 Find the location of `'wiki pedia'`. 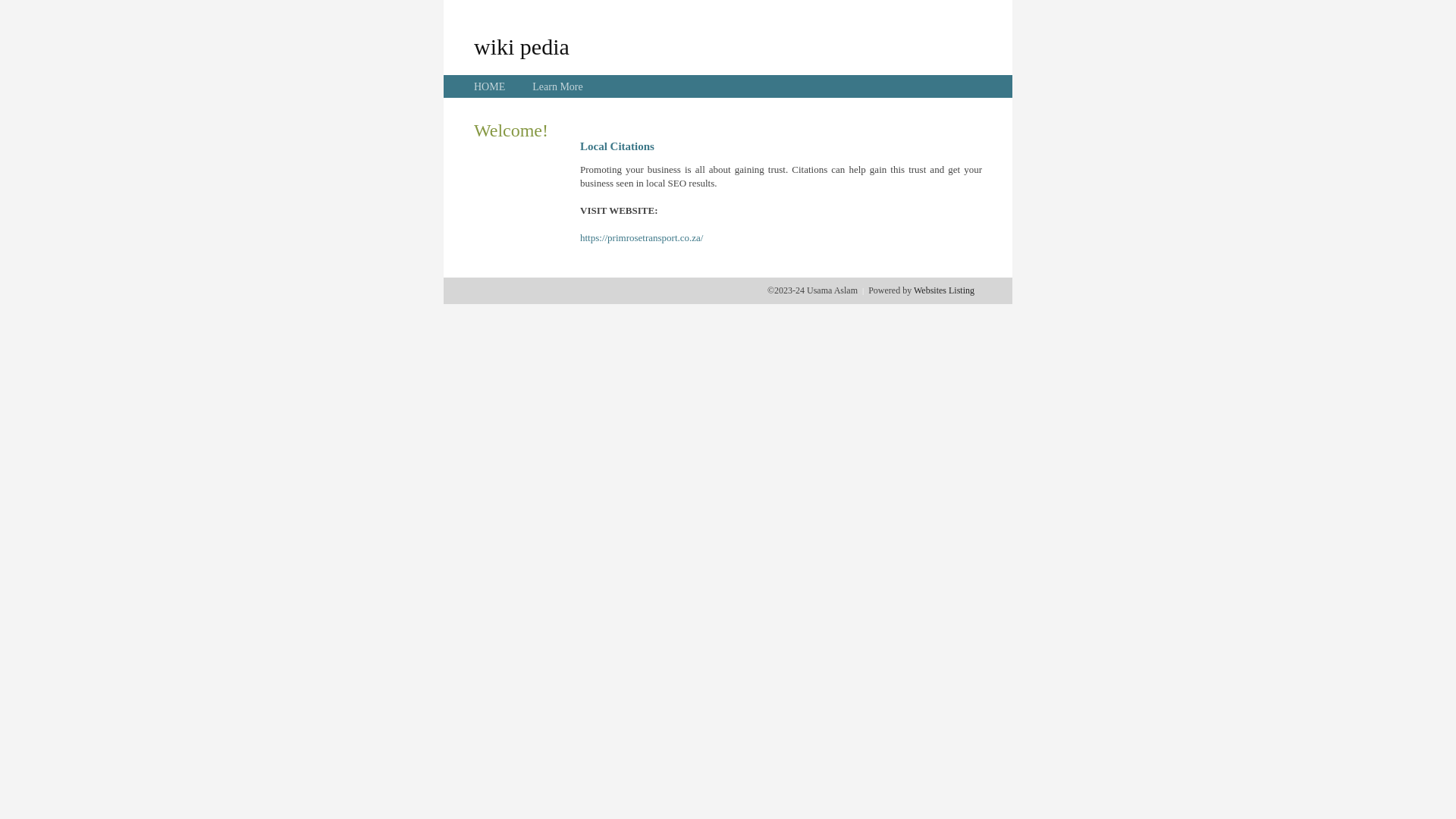

'wiki pedia' is located at coordinates (521, 45).